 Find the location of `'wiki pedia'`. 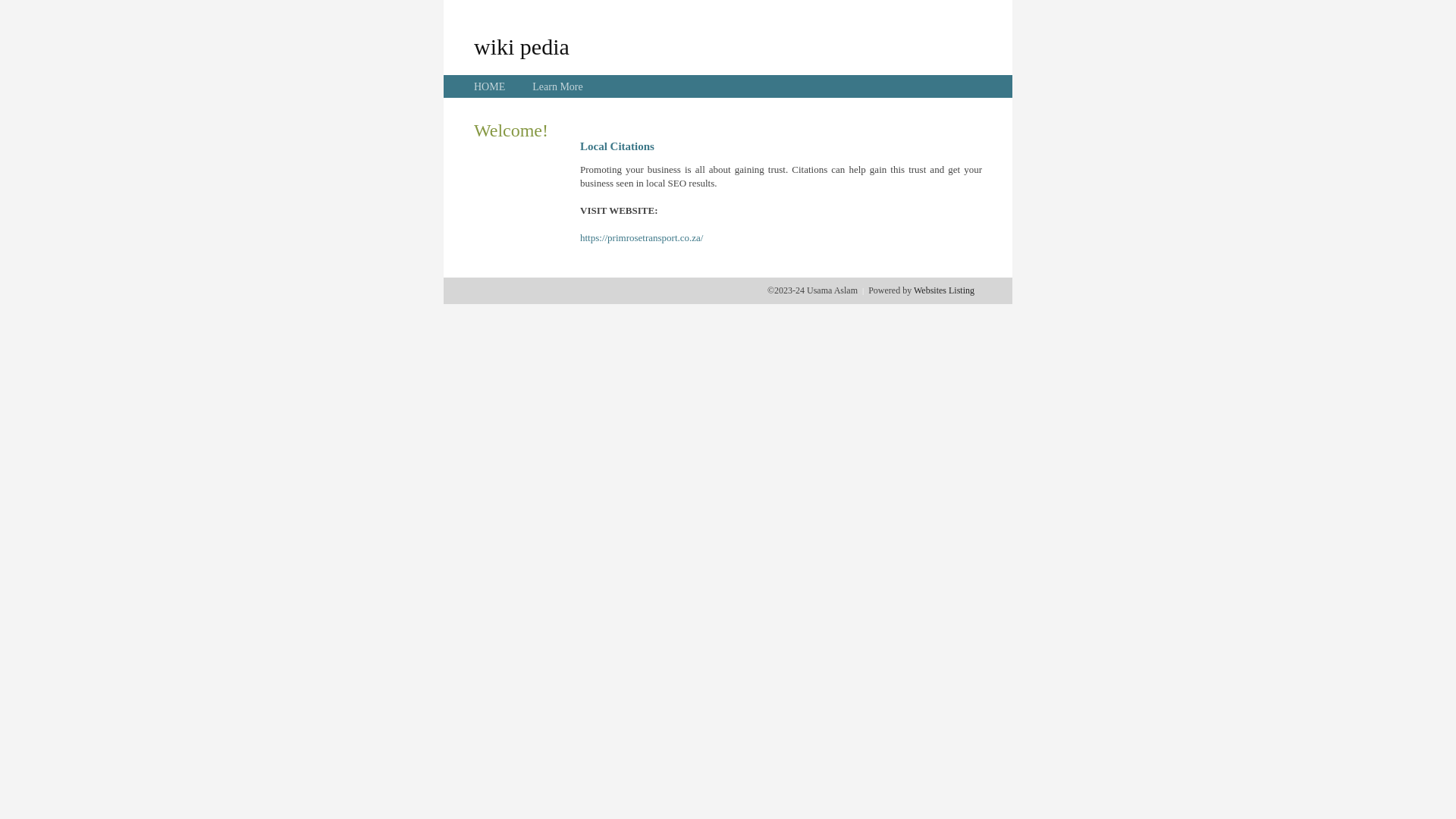

'wiki pedia' is located at coordinates (521, 45).